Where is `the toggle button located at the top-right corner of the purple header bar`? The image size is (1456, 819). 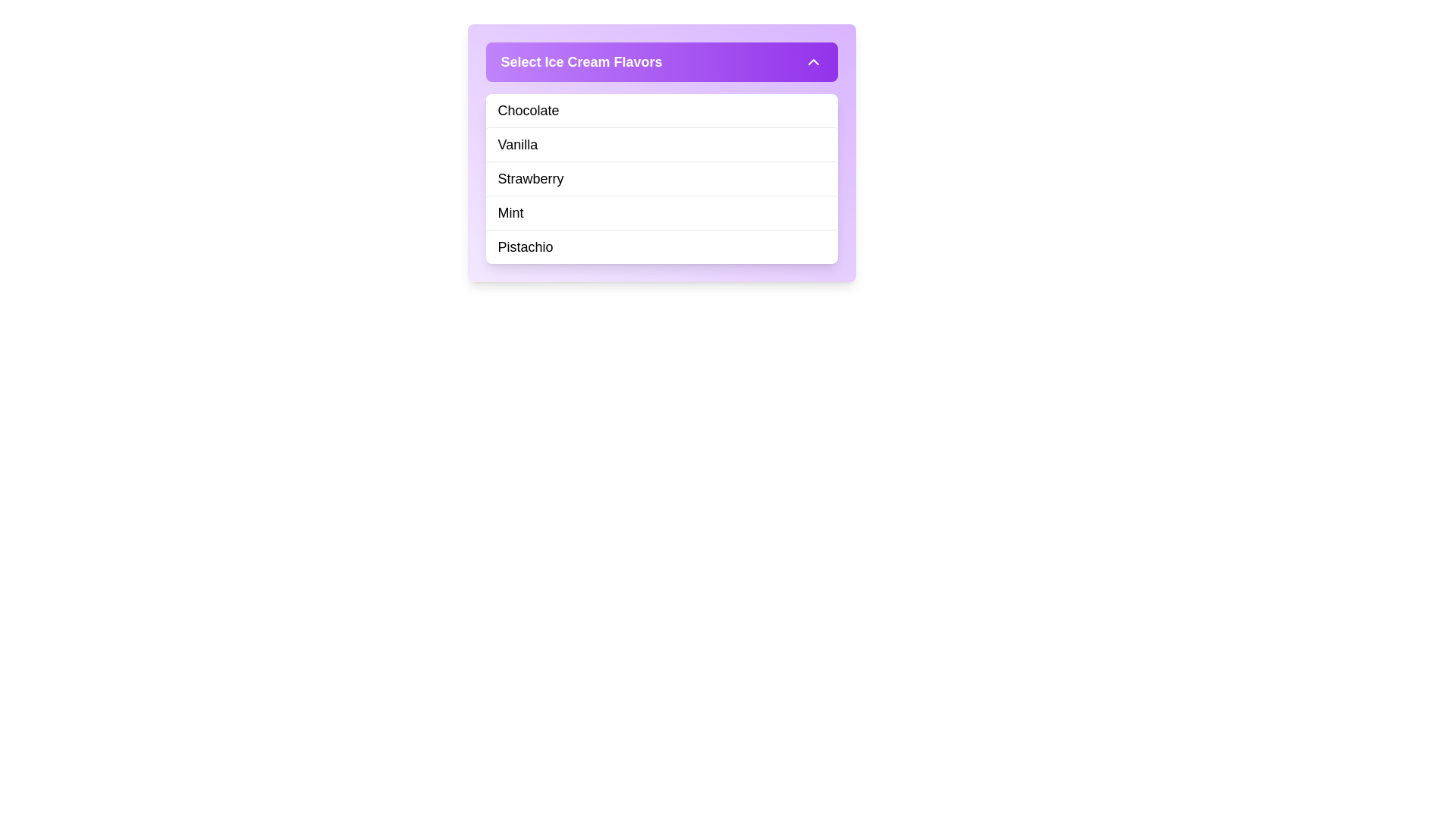
the toggle button located at the top-right corner of the purple header bar is located at coordinates (812, 61).